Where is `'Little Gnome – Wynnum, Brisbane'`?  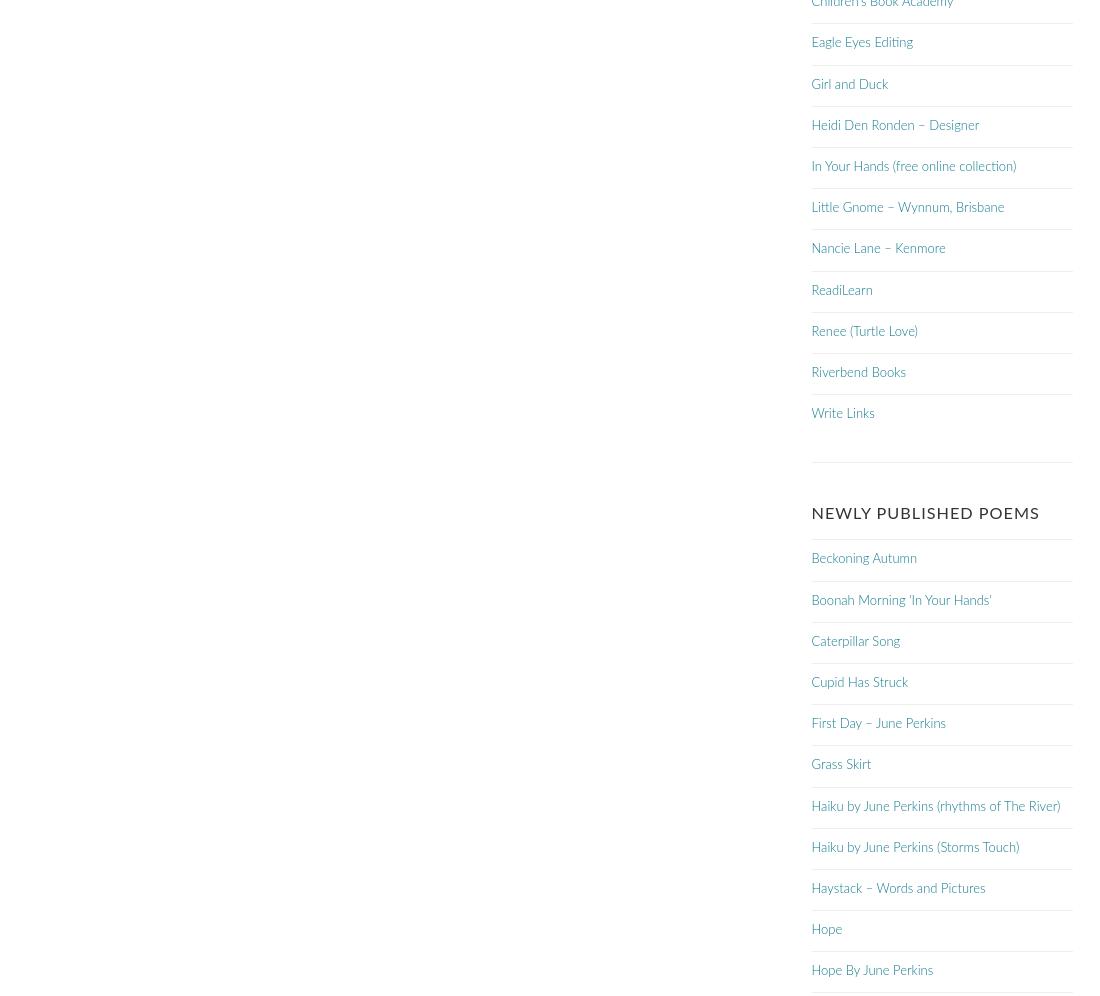 'Little Gnome – Wynnum, Brisbane' is located at coordinates (907, 208).